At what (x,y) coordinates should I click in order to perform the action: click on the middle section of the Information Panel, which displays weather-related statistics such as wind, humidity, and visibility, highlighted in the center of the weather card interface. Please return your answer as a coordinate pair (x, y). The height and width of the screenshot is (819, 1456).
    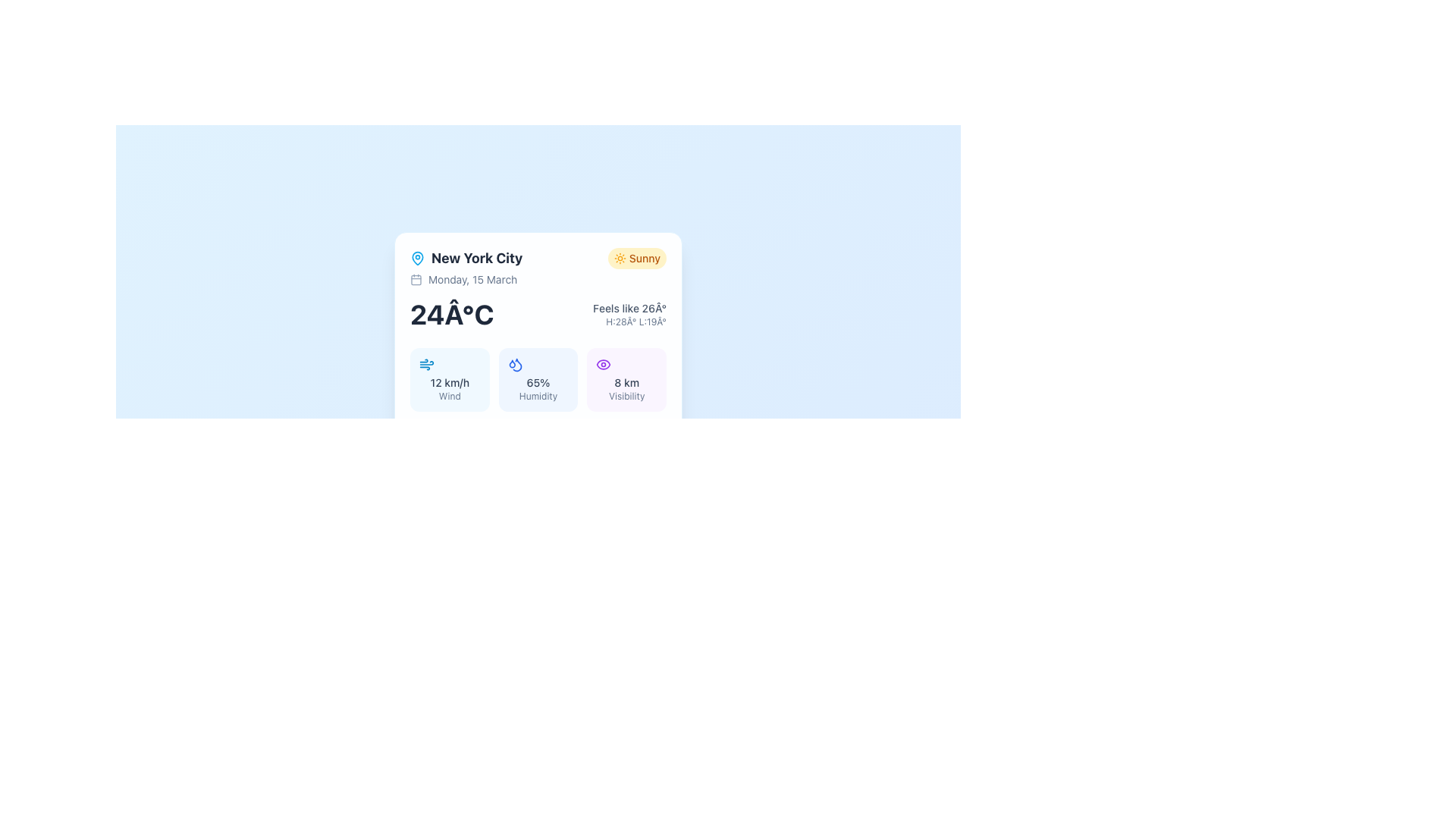
    Looking at the image, I should click on (538, 379).